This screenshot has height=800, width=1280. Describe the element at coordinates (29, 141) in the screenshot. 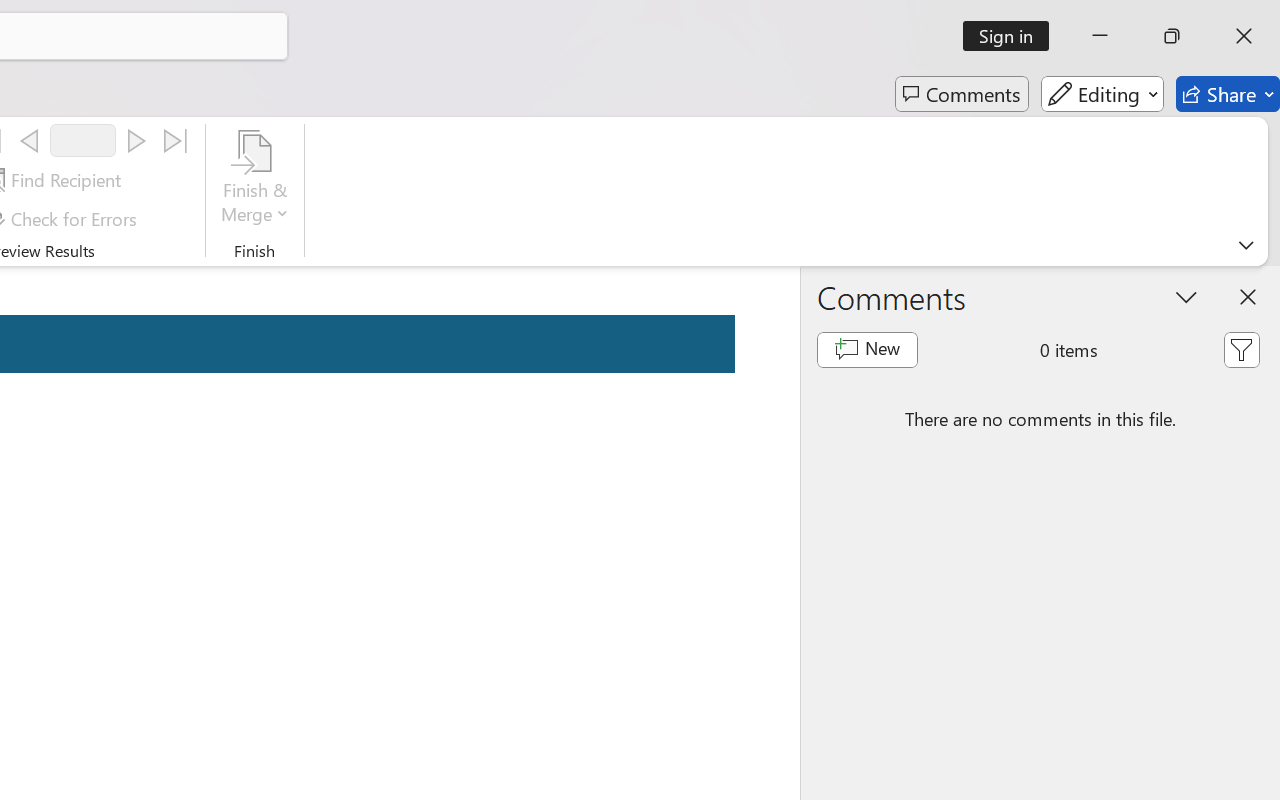

I see `'Previous'` at that location.